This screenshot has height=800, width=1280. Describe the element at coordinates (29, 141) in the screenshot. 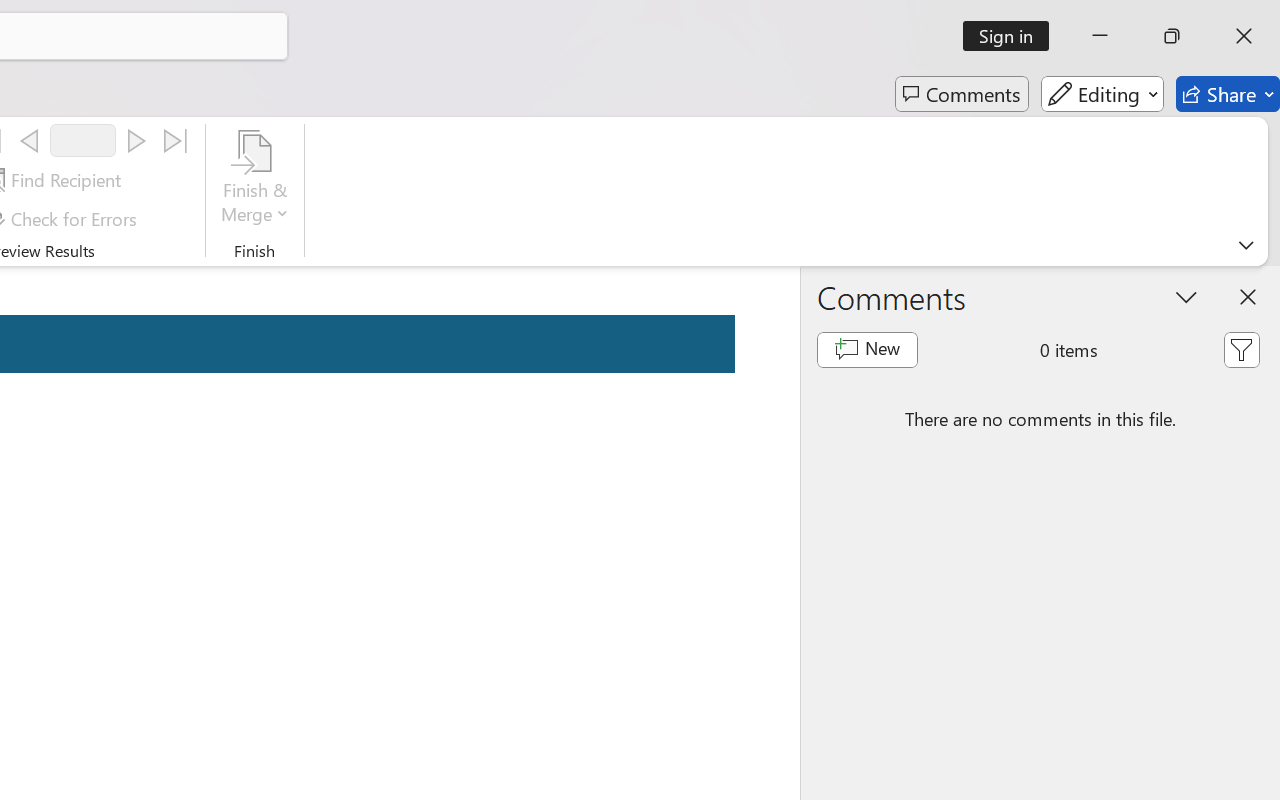

I see `'Previous'` at that location.